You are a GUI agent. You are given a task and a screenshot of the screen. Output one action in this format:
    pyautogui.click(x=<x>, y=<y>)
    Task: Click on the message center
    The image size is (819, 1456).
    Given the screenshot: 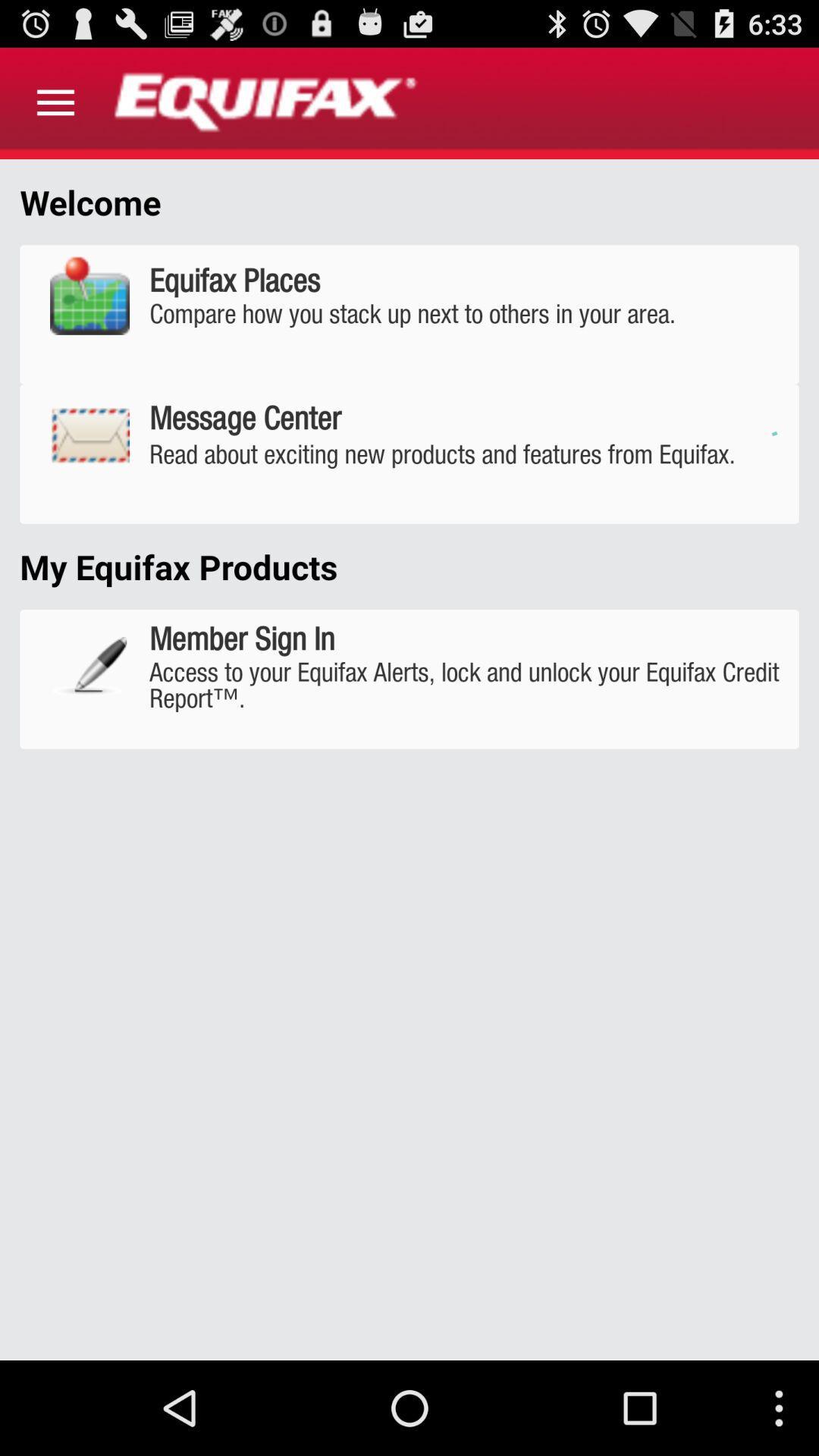 What is the action you would take?
    pyautogui.click(x=409, y=453)
    